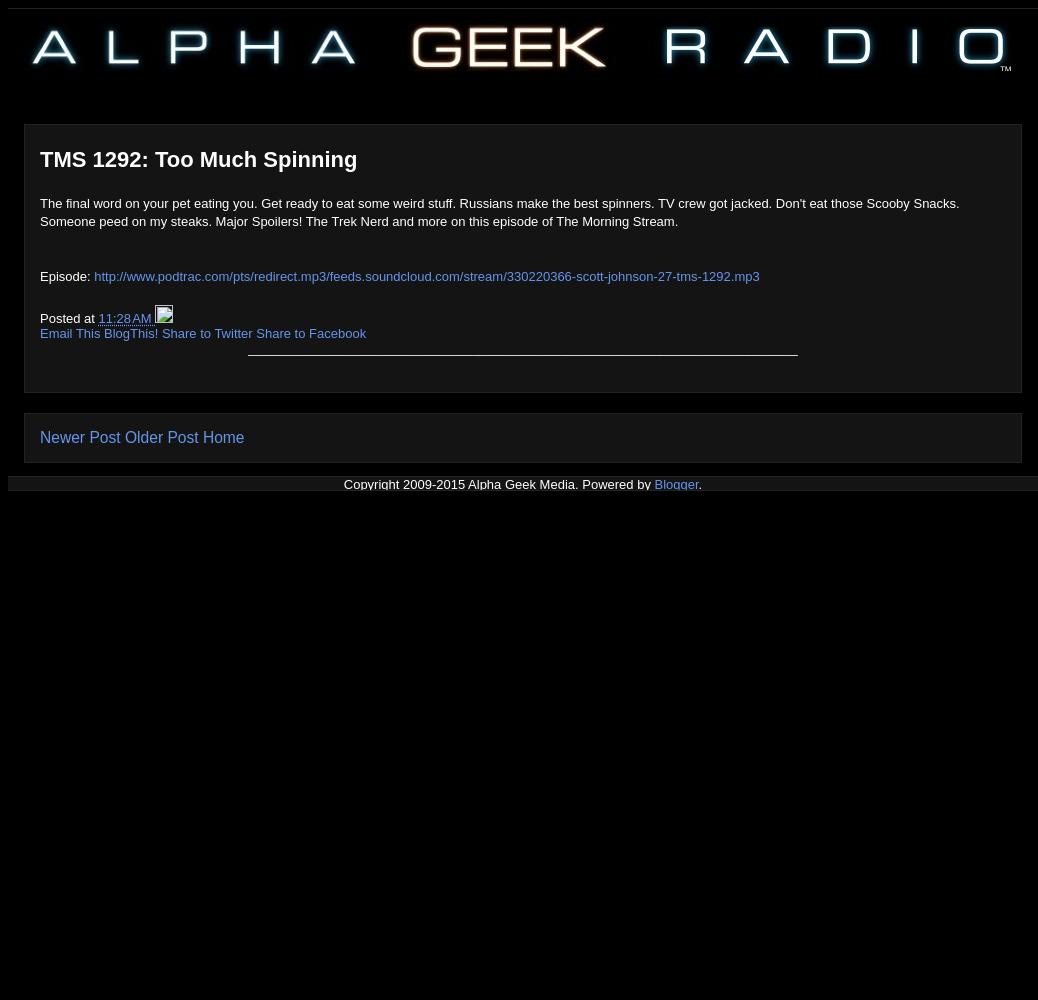 The height and width of the screenshot is (1000, 1038). I want to click on 'Home', so click(221, 437).